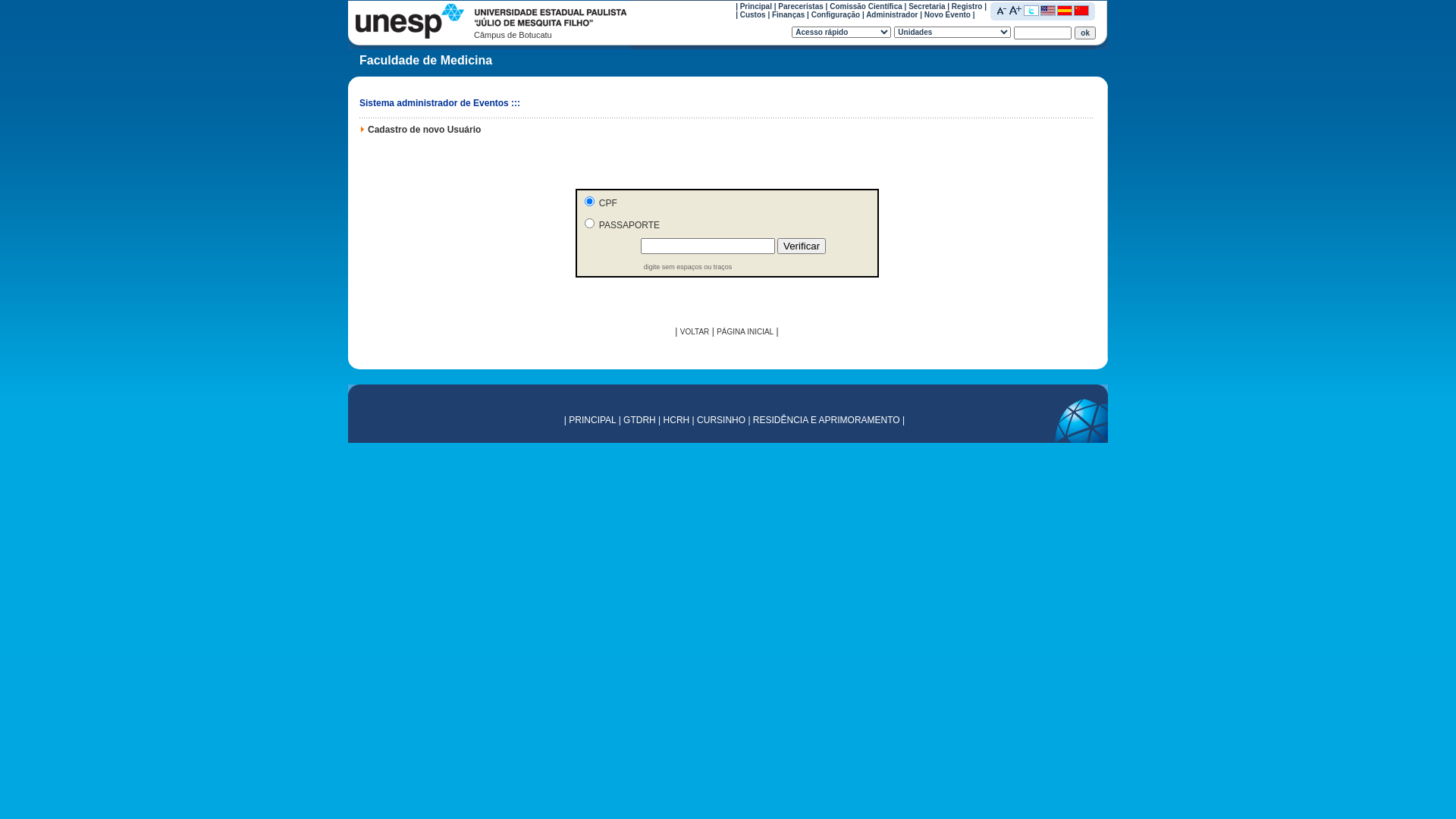  Describe the element at coordinates (676, 420) in the screenshot. I see `'HCRH'` at that location.